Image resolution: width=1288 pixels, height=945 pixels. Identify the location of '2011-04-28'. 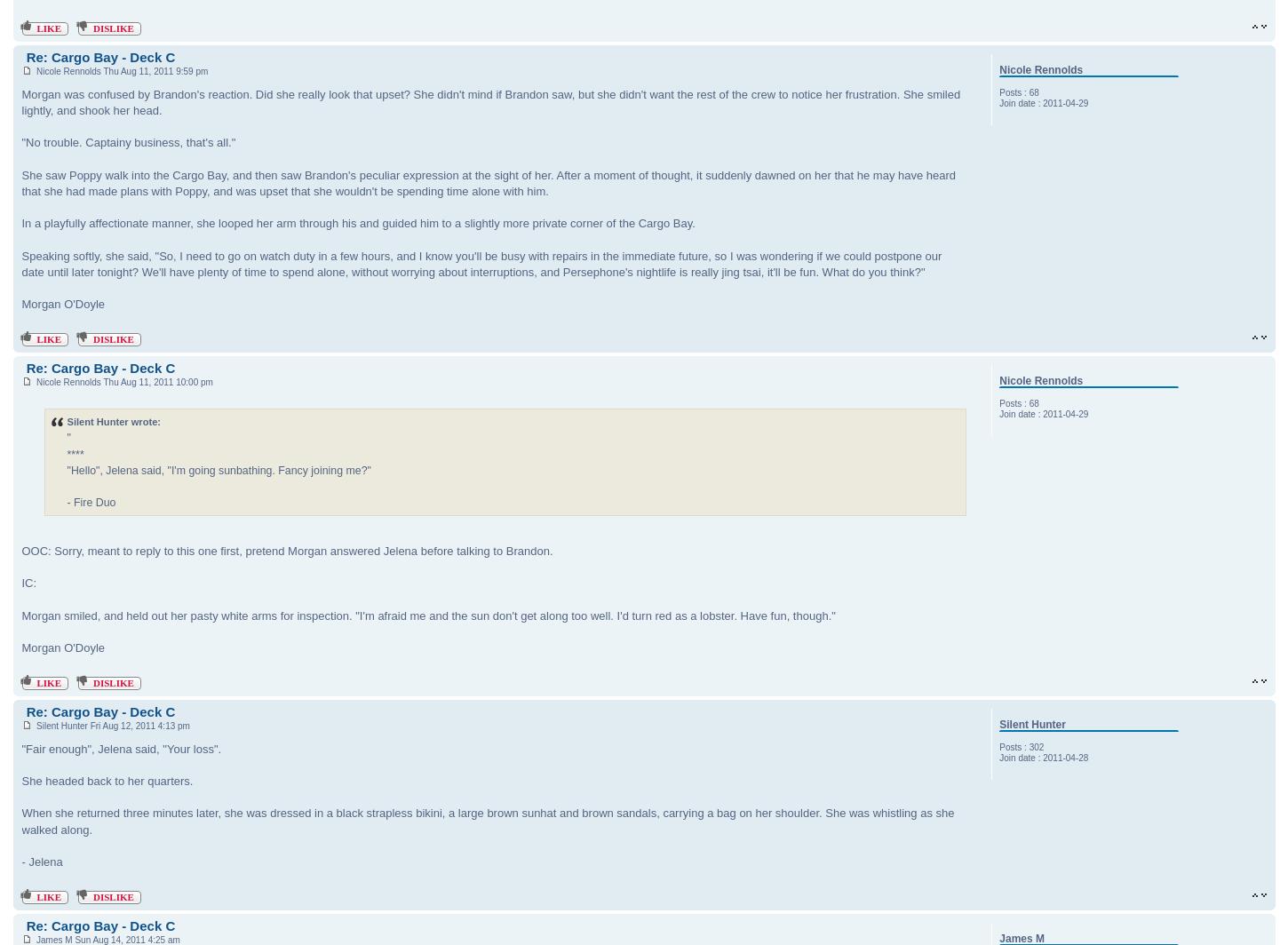
(1064, 757).